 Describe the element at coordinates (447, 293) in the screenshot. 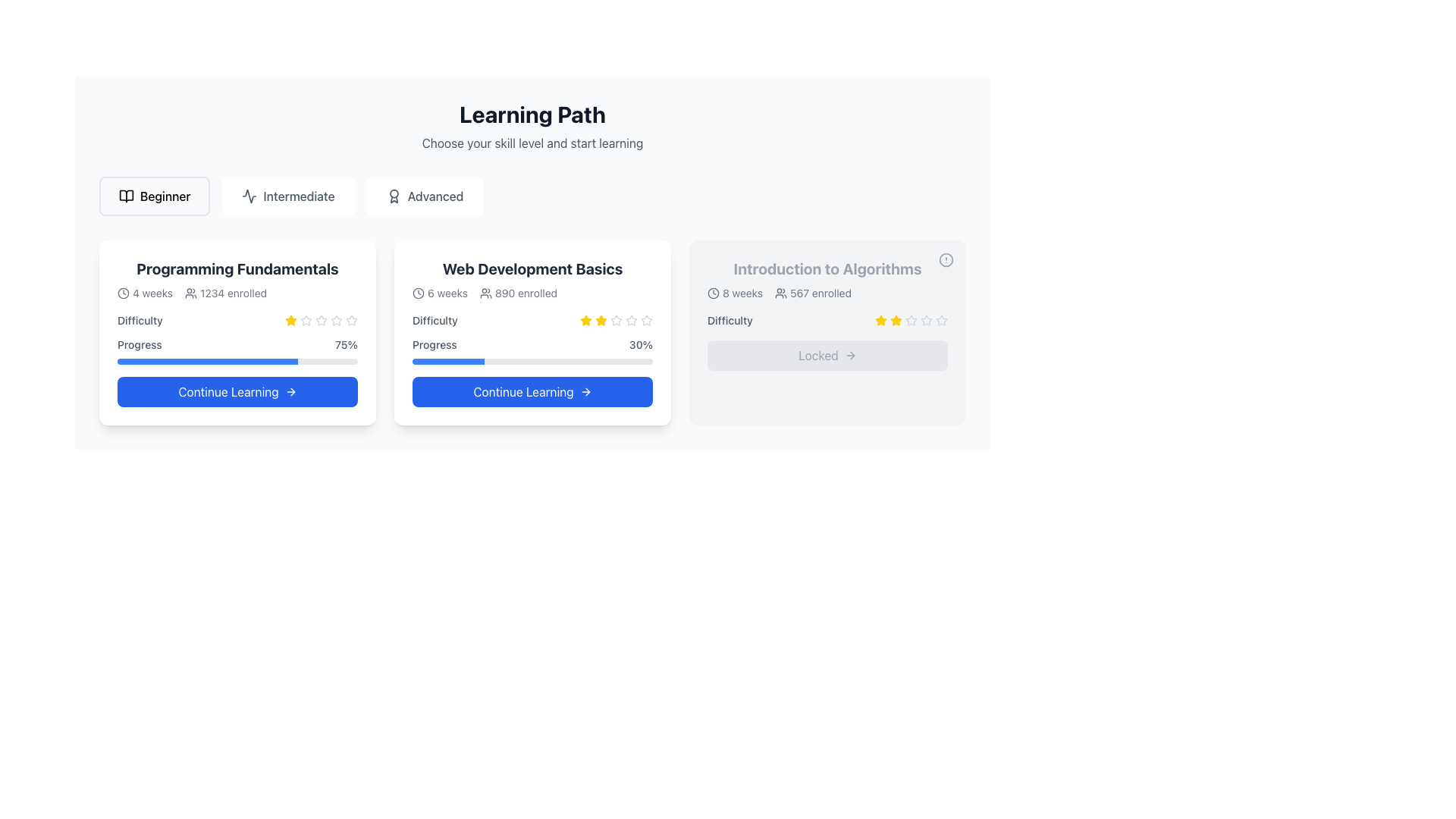

I see `the text label displaying '6 weeks' located on the second card labeled 'Web Development Basics', positioned at the top-left after a clock icon` at that location.